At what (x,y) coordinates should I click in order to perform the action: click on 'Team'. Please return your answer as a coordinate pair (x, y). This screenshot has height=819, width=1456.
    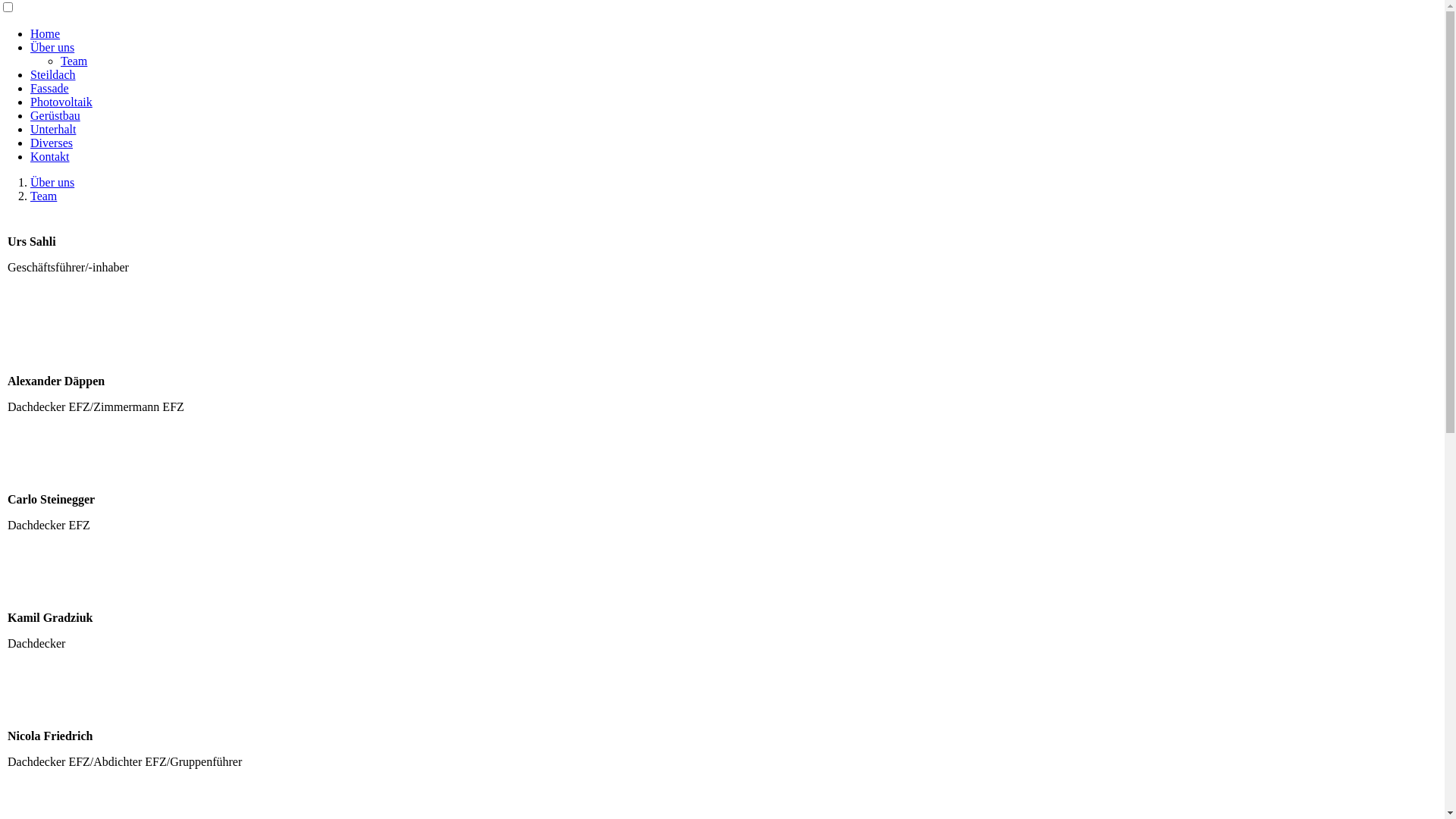
    Looking at the image, I should click on (61, 60).